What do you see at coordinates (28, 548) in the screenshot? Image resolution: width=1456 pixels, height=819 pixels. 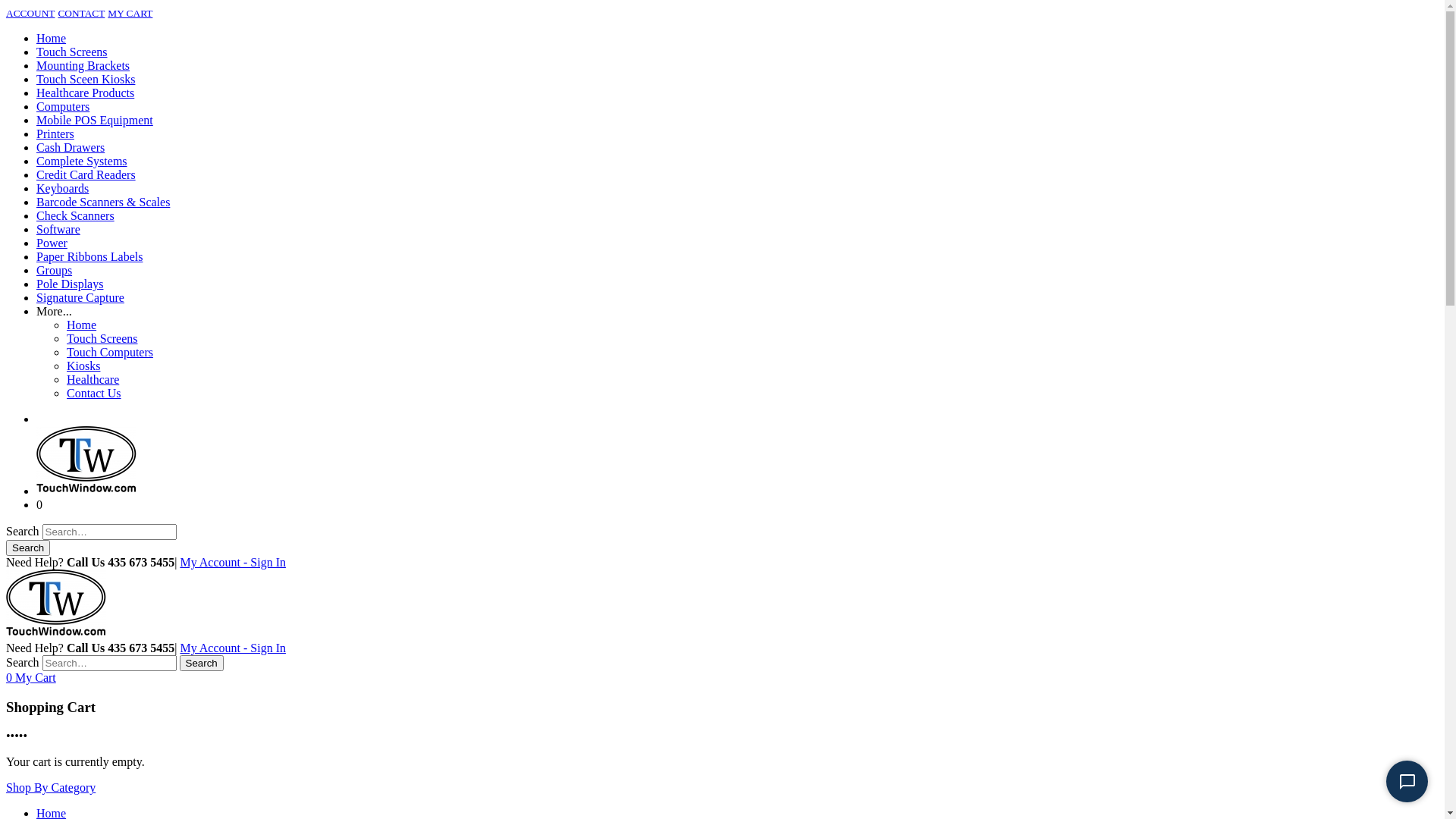 I see `'Search'` at bounding box center [28, 548].